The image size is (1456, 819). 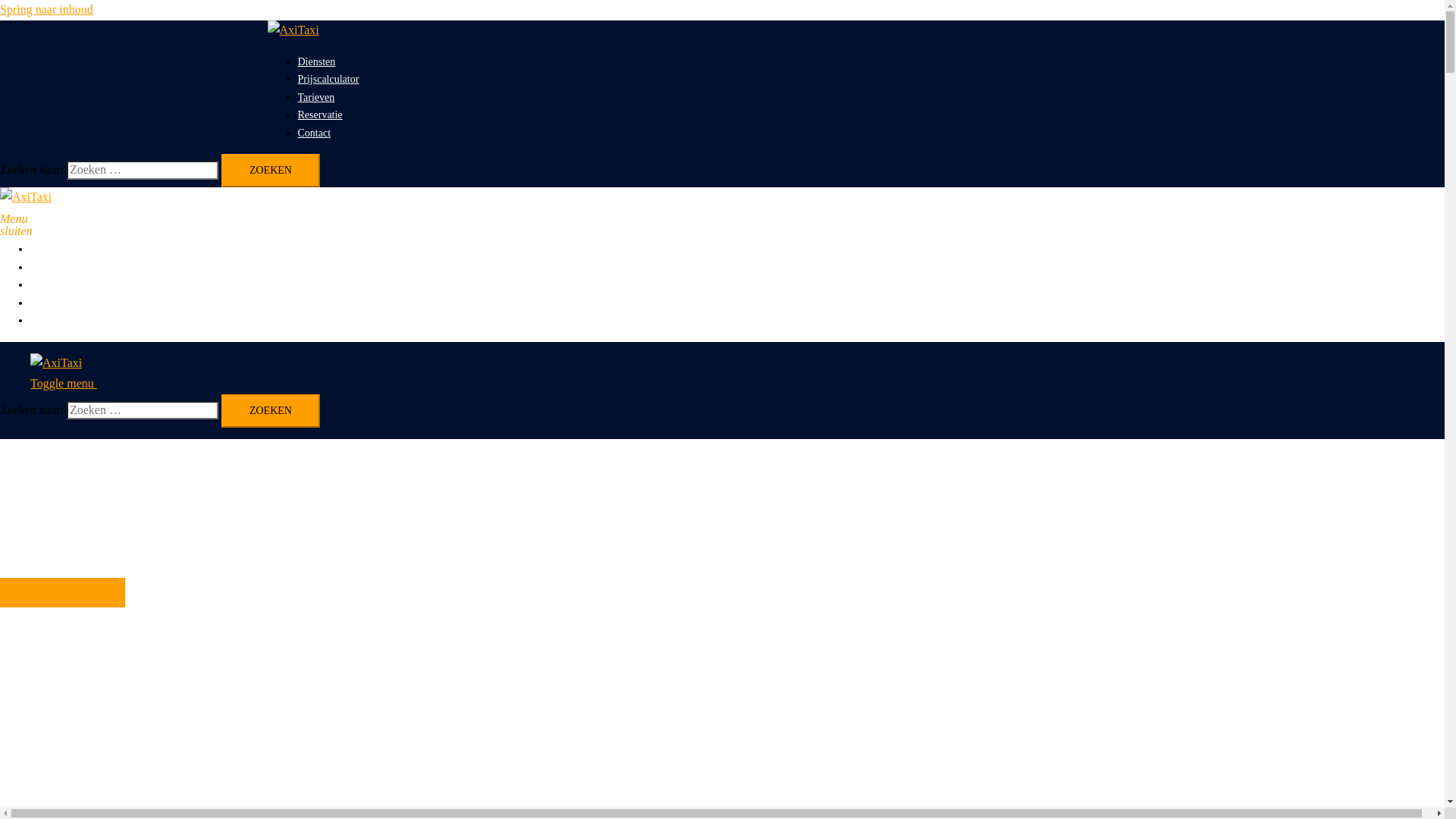 I want to click on 'Tarieven', so click(x=49, y=284).